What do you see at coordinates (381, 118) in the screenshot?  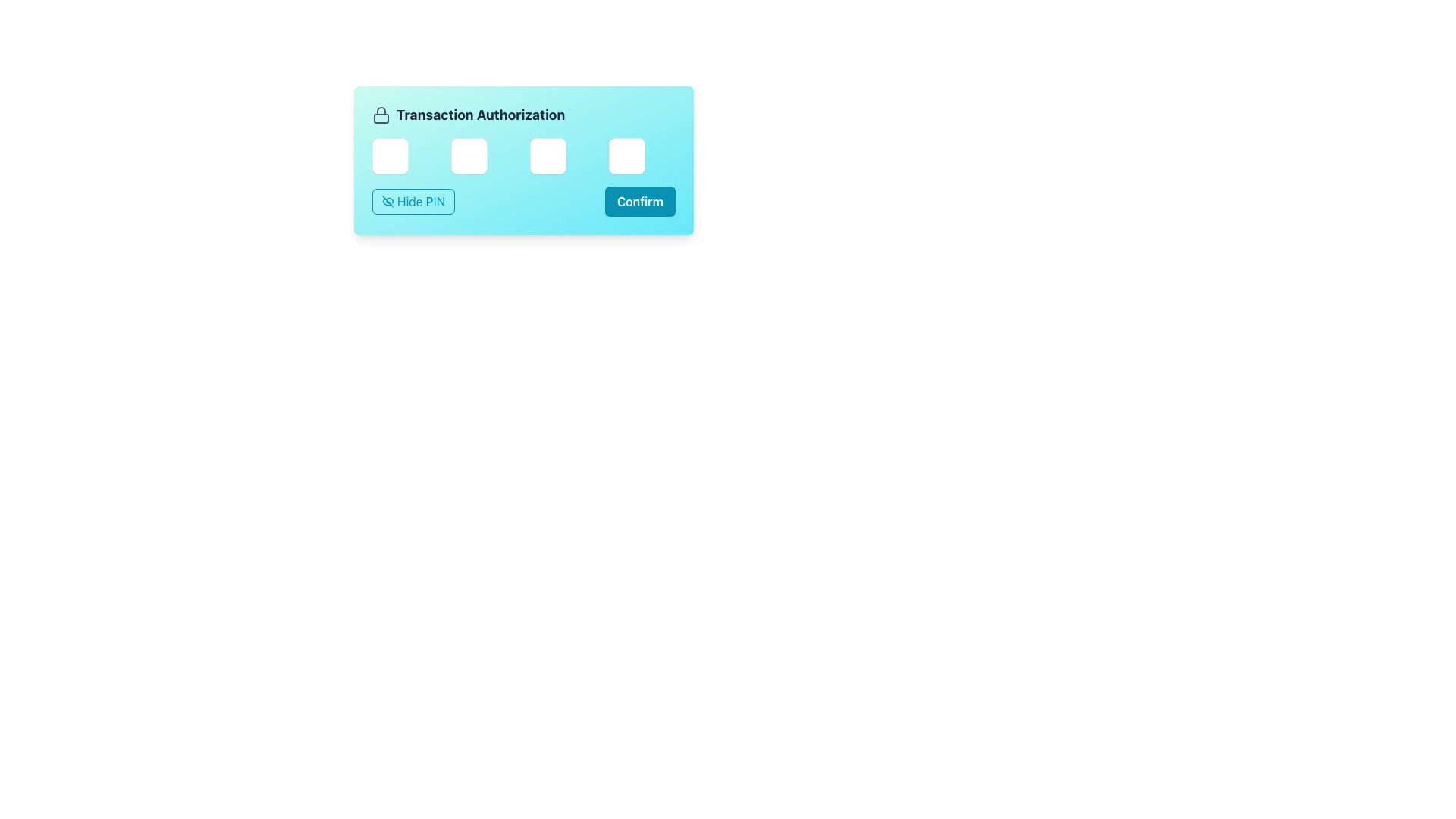 I see `the Decorative SVG shape of the lock icon, which symbolizes security or restricted access, located near the 'Transaction Authorization' text` at bounding box center [381, 118].